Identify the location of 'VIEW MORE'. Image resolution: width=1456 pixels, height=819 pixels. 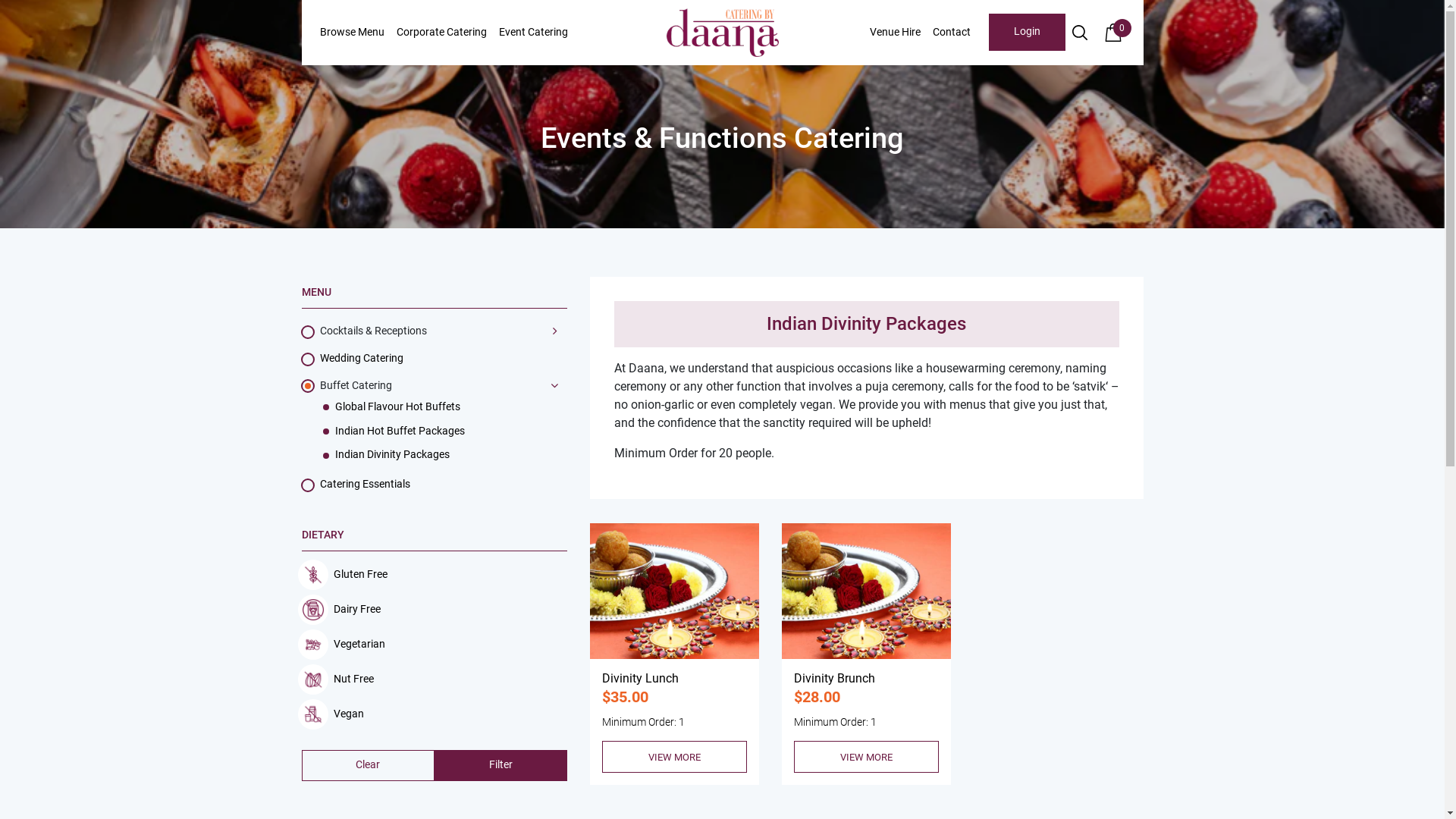
(673, 757).